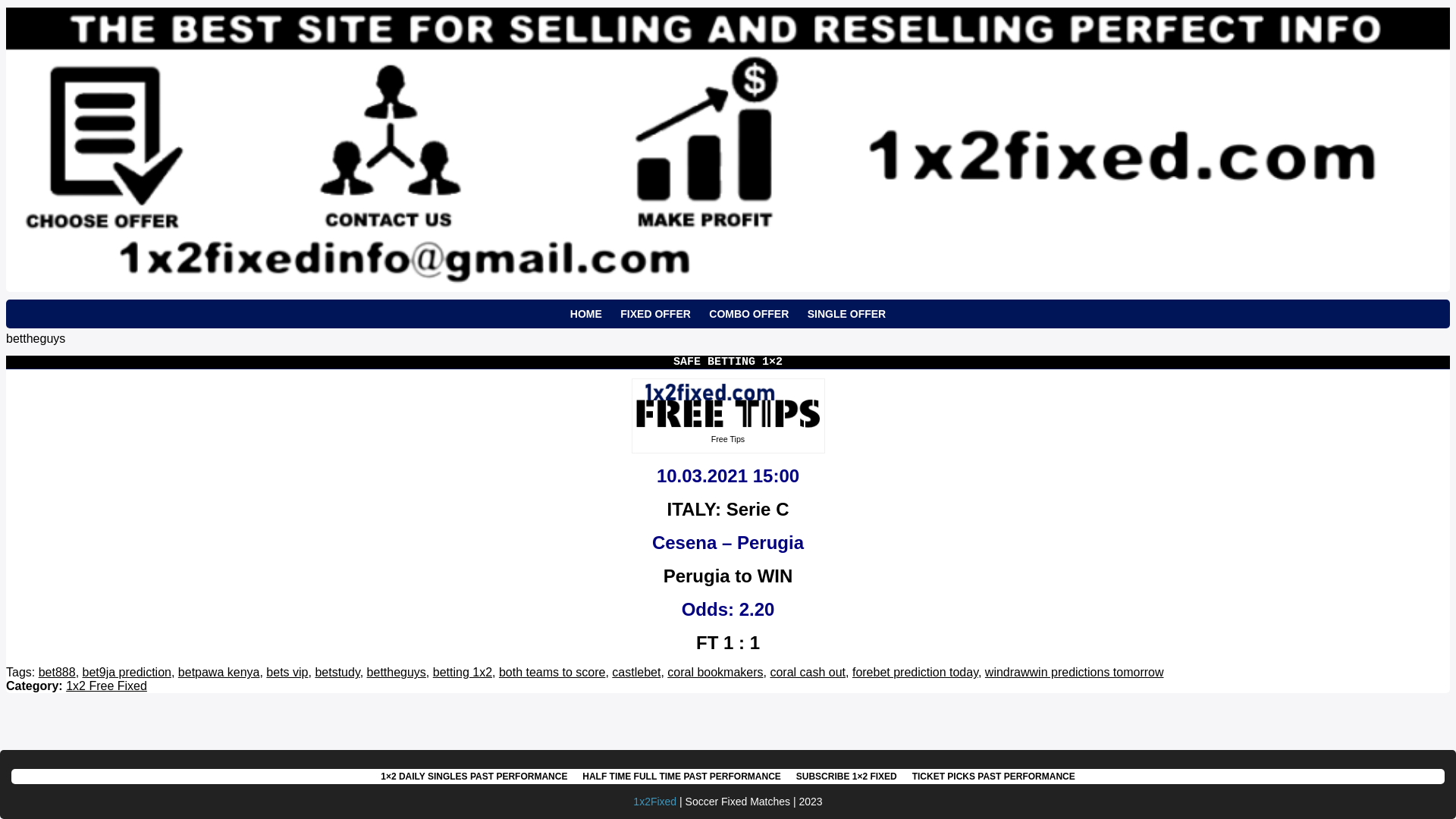 Image resolution: width=1456 pixels, height=819 pixels. I want to click on 'bet888', so click(39, 671).